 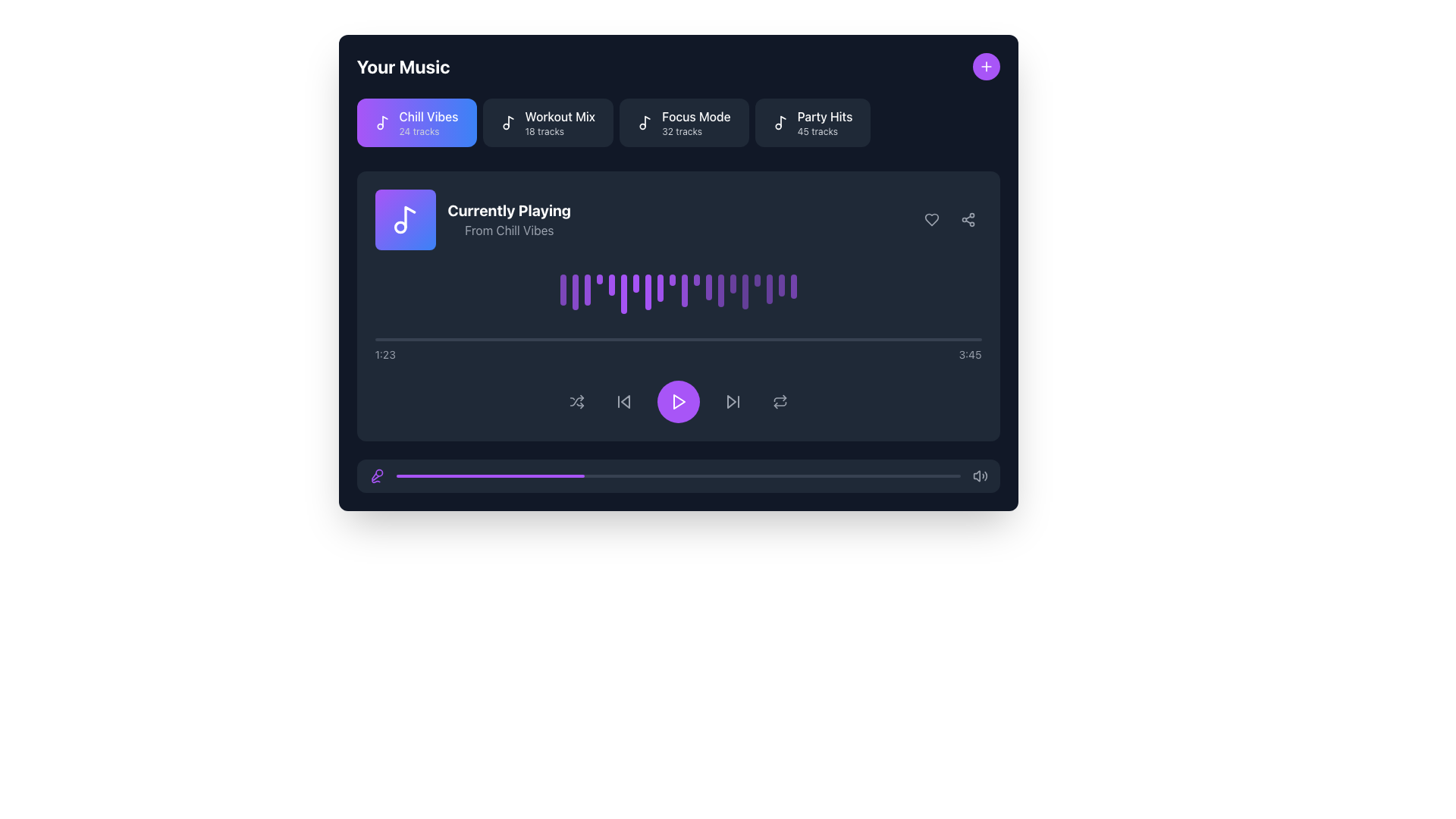 What do you see at coordinates (509, 219) in the screenshot?
I see `the Text Label that displays the title and source of the currently playing music track to interact with possible surrounding elements` at bounding box center [509, 219].